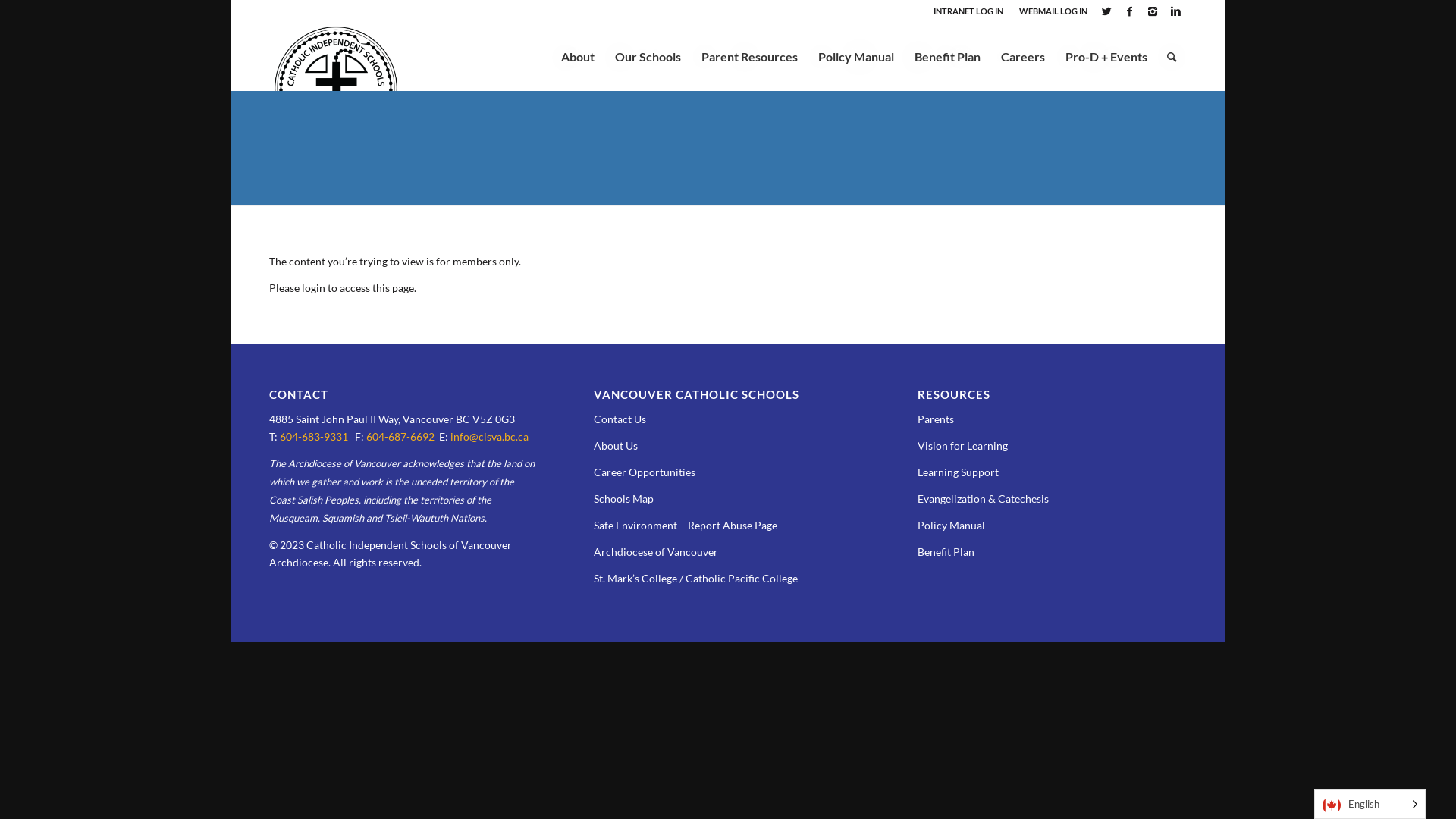  I want to click on 'login', so click(312, 287).